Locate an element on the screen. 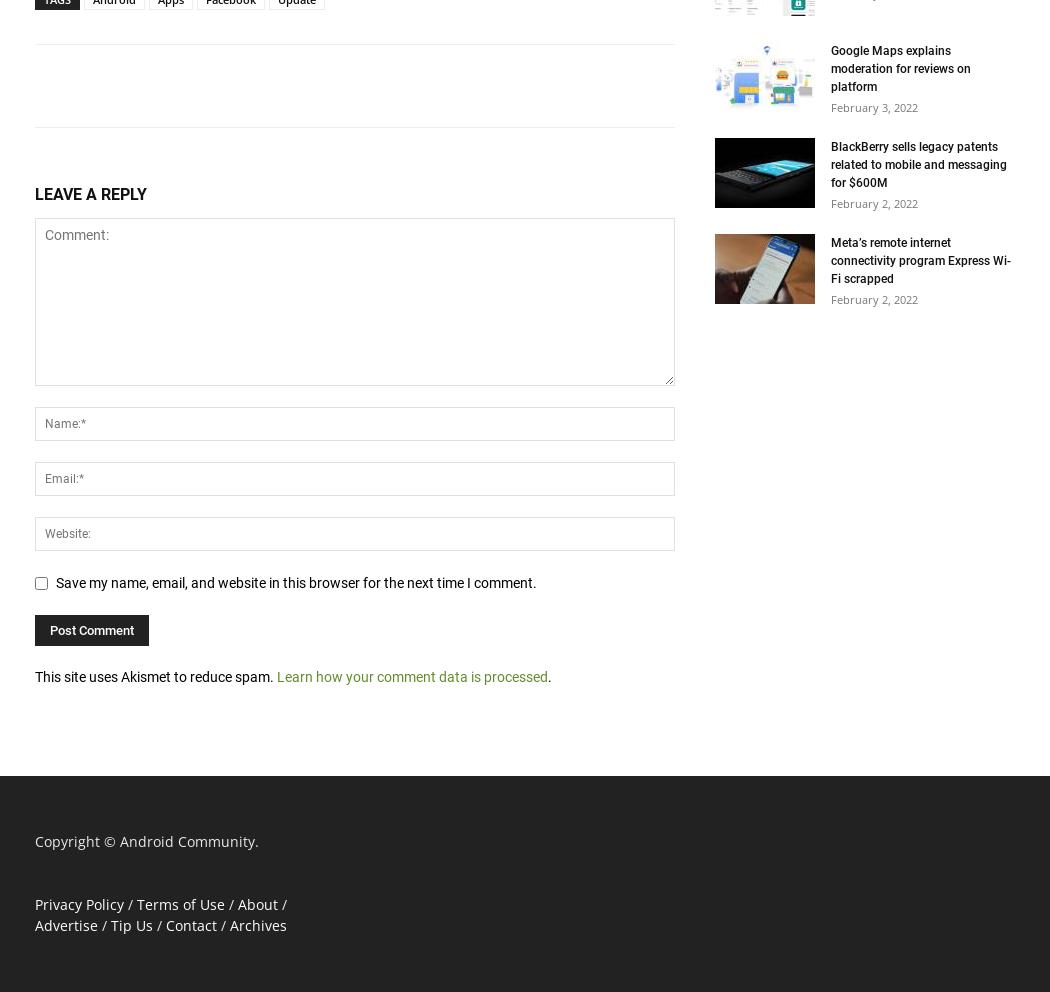 The width and height of the screenshot is (1050, 992). 'Save my name, email, and website in this browser for the next time I comment.' is located at coordinates (295, 581).